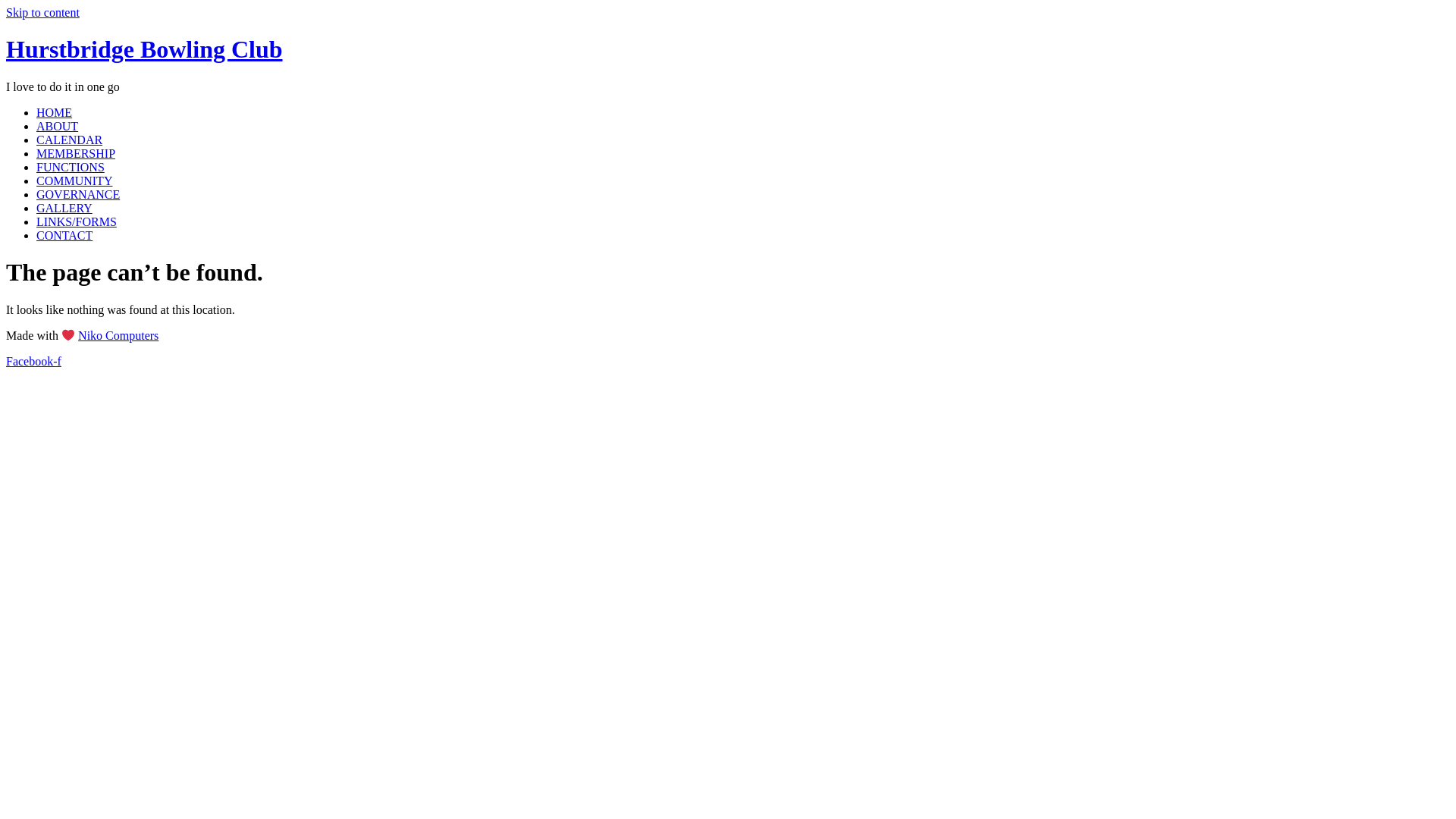 The width and height of the screenshot is (1456, 819). Describe the element at coordinates (118, 334) in the screenshot. I see `'Niko Computers'` at that location.